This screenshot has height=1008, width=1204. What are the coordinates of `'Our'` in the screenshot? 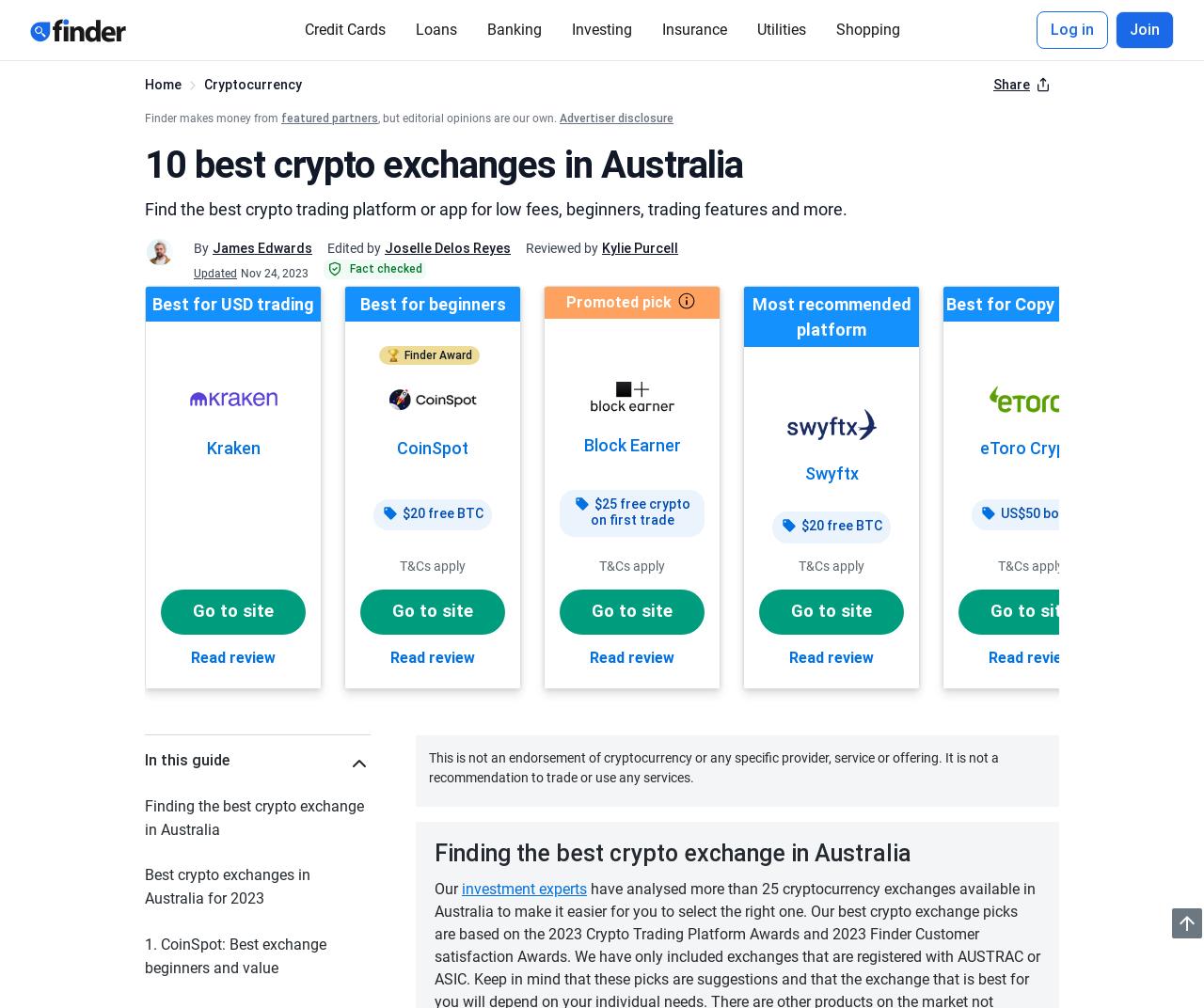 It's located at (433, 888).